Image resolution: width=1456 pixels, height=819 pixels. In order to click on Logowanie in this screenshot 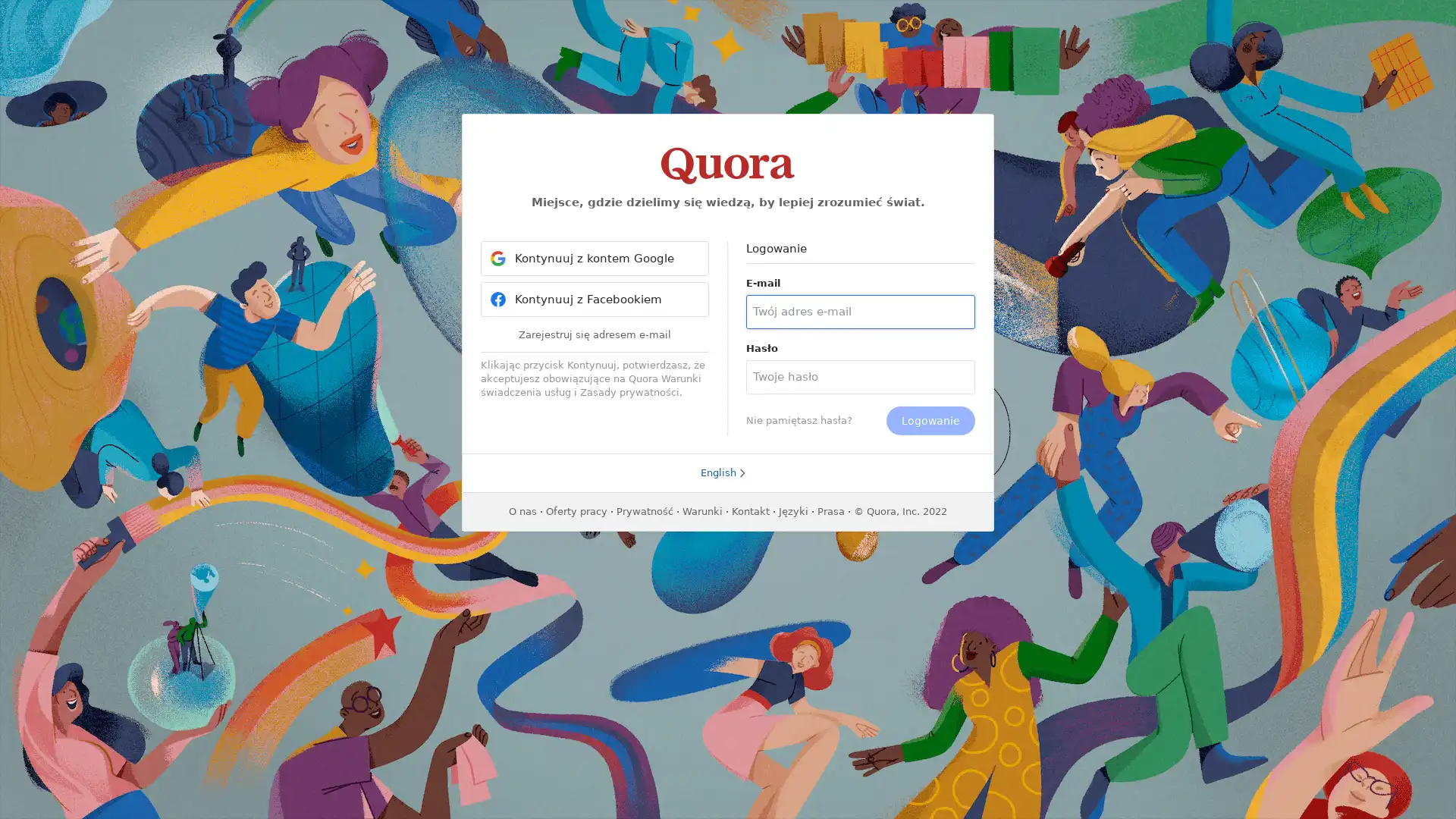, I will do `click(930, 421)`.